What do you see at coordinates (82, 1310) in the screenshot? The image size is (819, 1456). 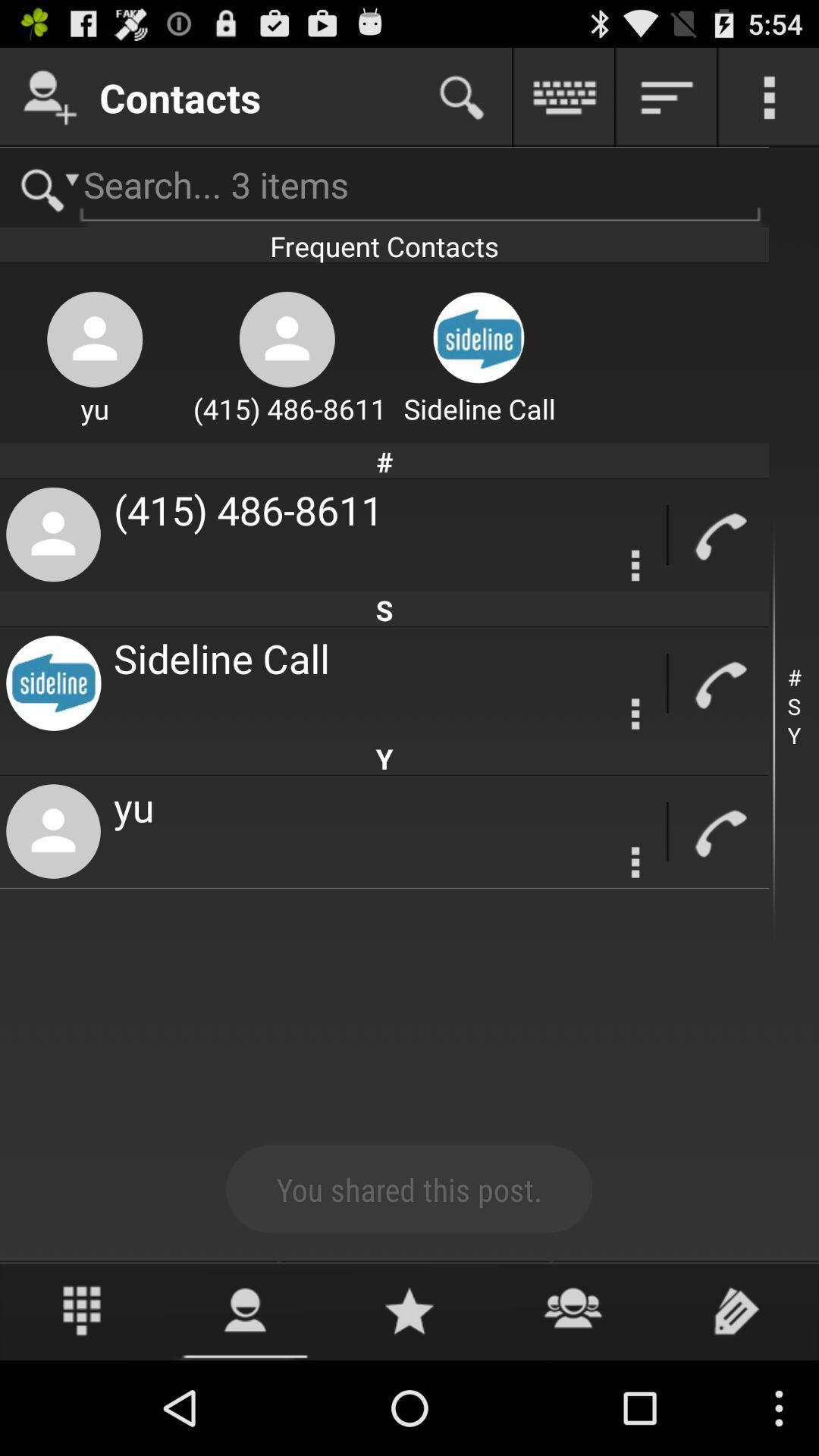 I see `open keypad` at bounding box center [82, 1310].